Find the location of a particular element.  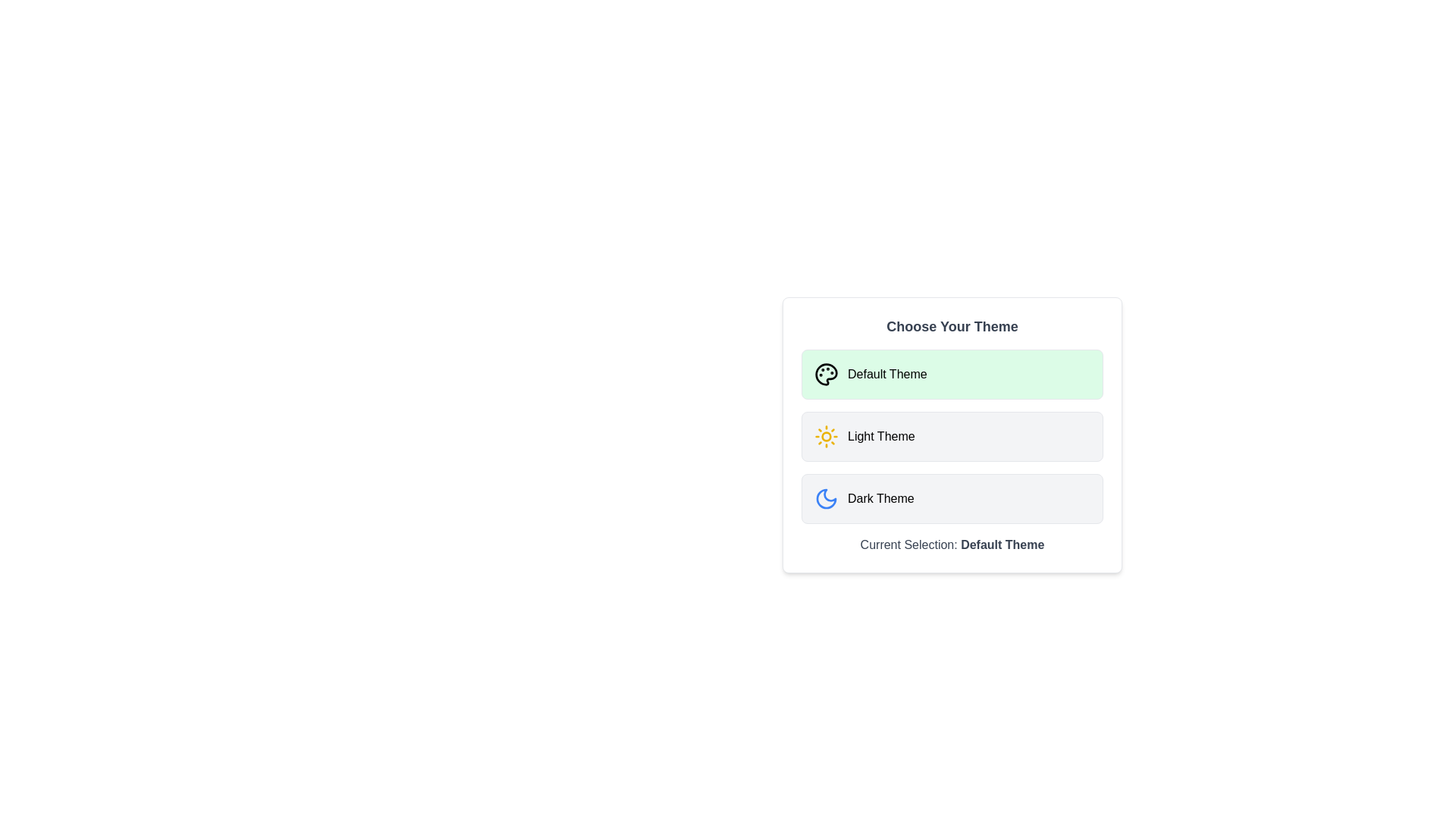

the theme by clicking on the button corresponding to Dark is located at coordinates (952, 499).